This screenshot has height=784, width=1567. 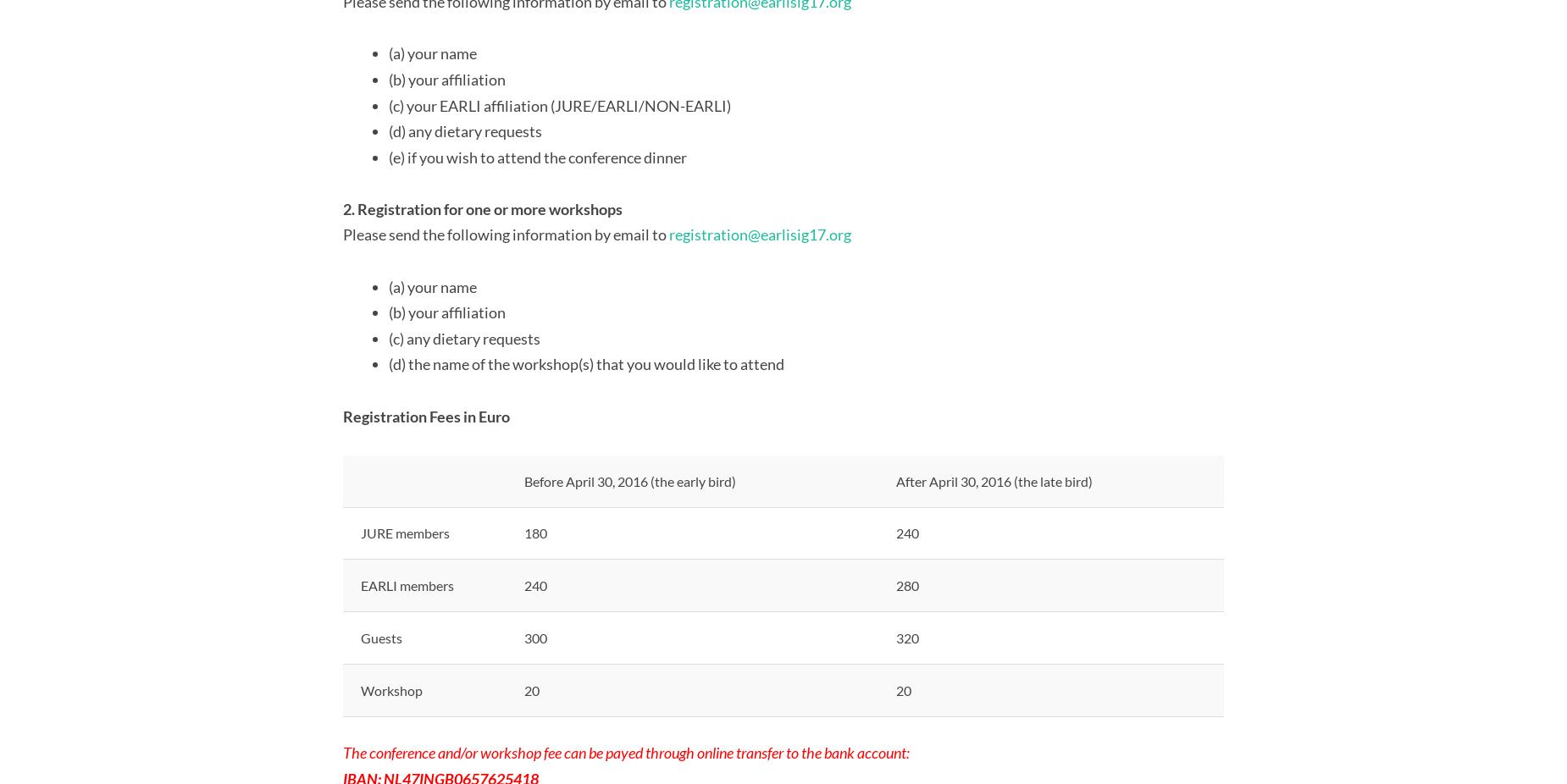 I want to click on '(c) any dietary requests', so click(x=464, y=338).